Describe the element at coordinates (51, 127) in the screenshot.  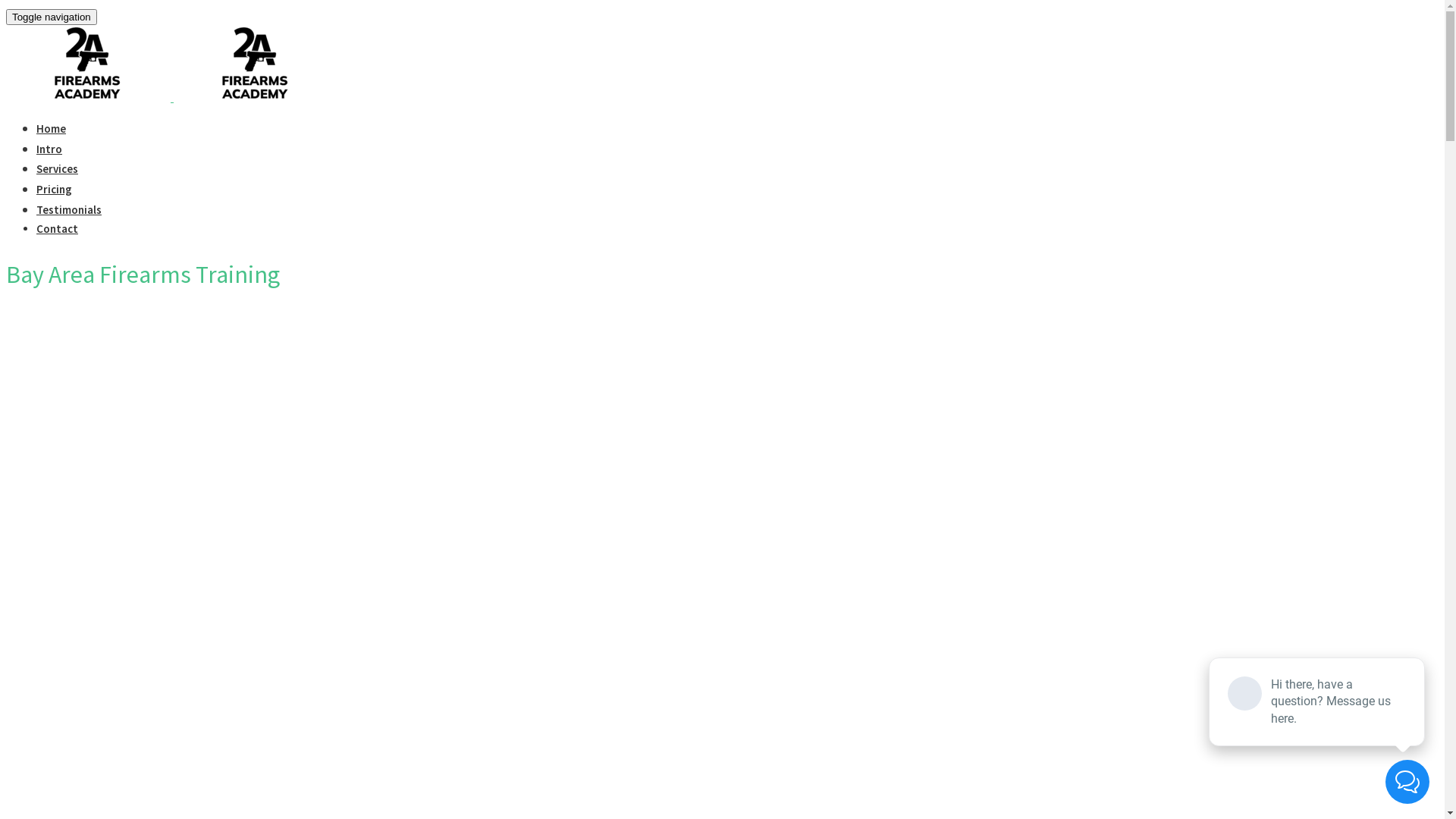
I see `'Home'` at that location.